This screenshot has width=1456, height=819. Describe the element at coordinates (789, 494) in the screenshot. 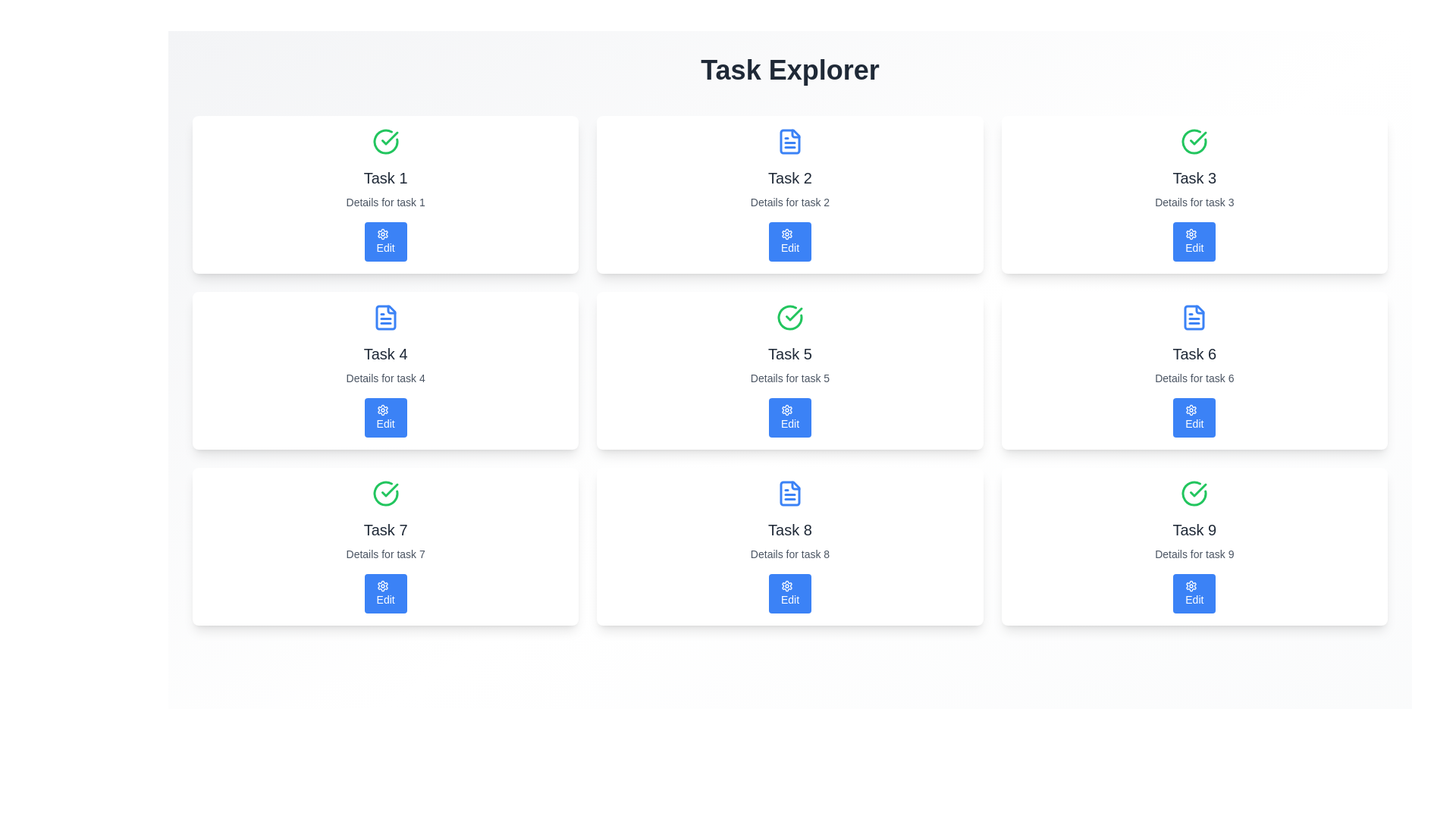

I see `the SVG-based icon element that represents the document associated with 'Task 8', located at the top-center of the card in the bottom-center row of the task cards` at that location.